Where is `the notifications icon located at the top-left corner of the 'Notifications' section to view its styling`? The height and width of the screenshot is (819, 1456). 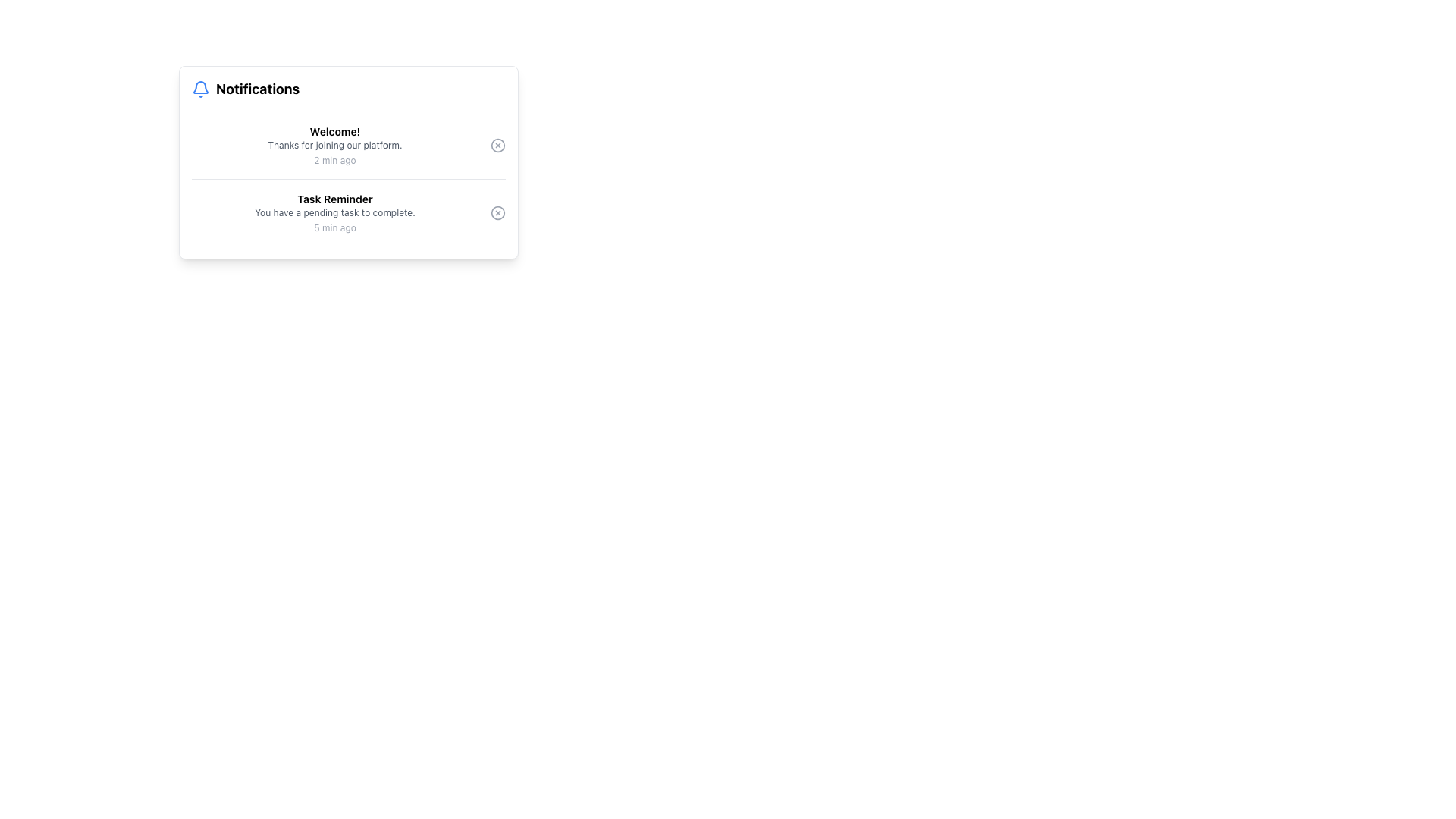
the notifications icon located at the top-left corner of the 'Notifications' section to view its styling is located at coordinates (199, 89).